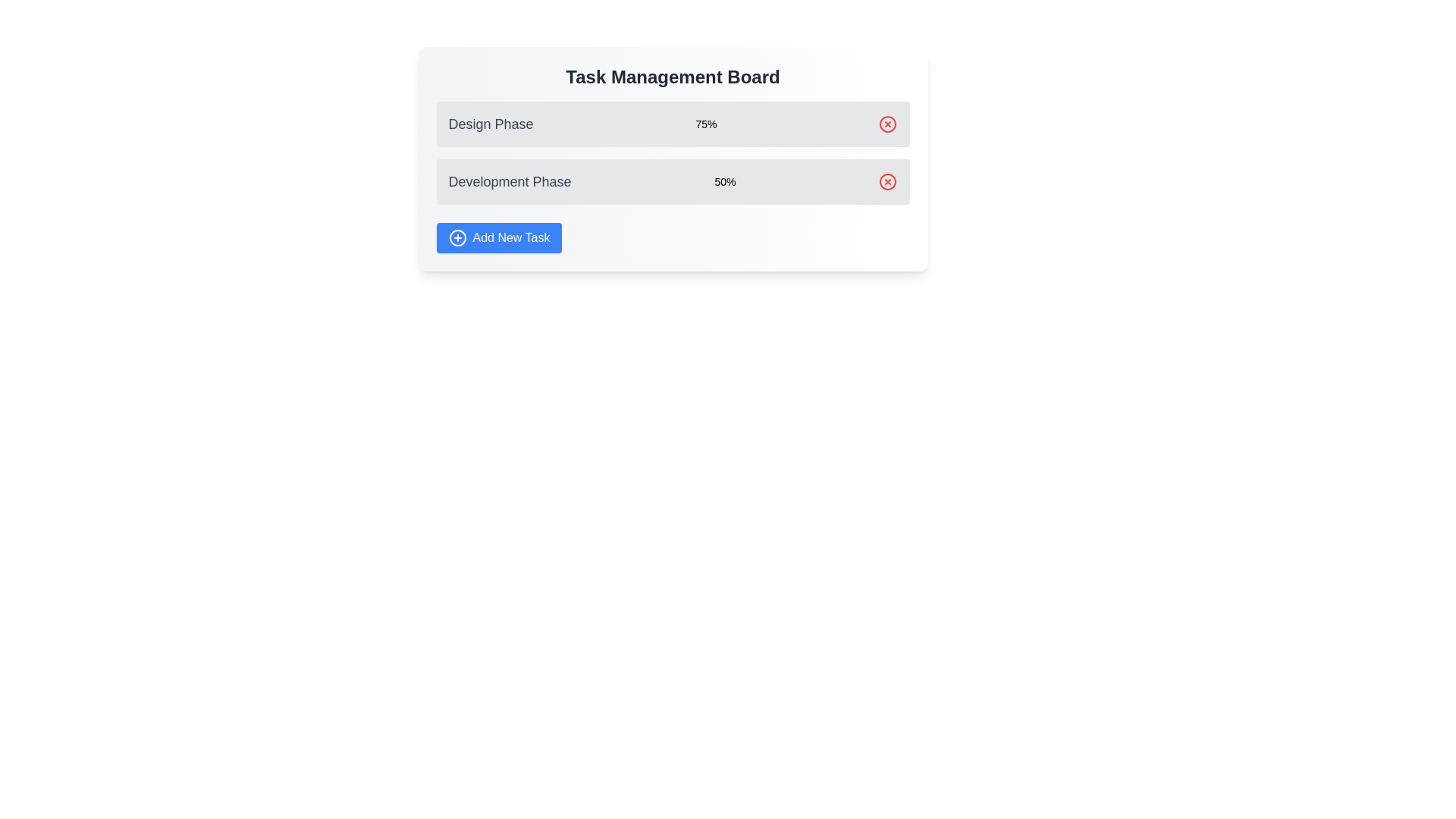  What do you see at coordinates (457, 237) in the screenshot?
I see `the decorative icon indicating the 'Add New Task' button located at the bottom left of the main task board interface` at bounding box center [457, 237].